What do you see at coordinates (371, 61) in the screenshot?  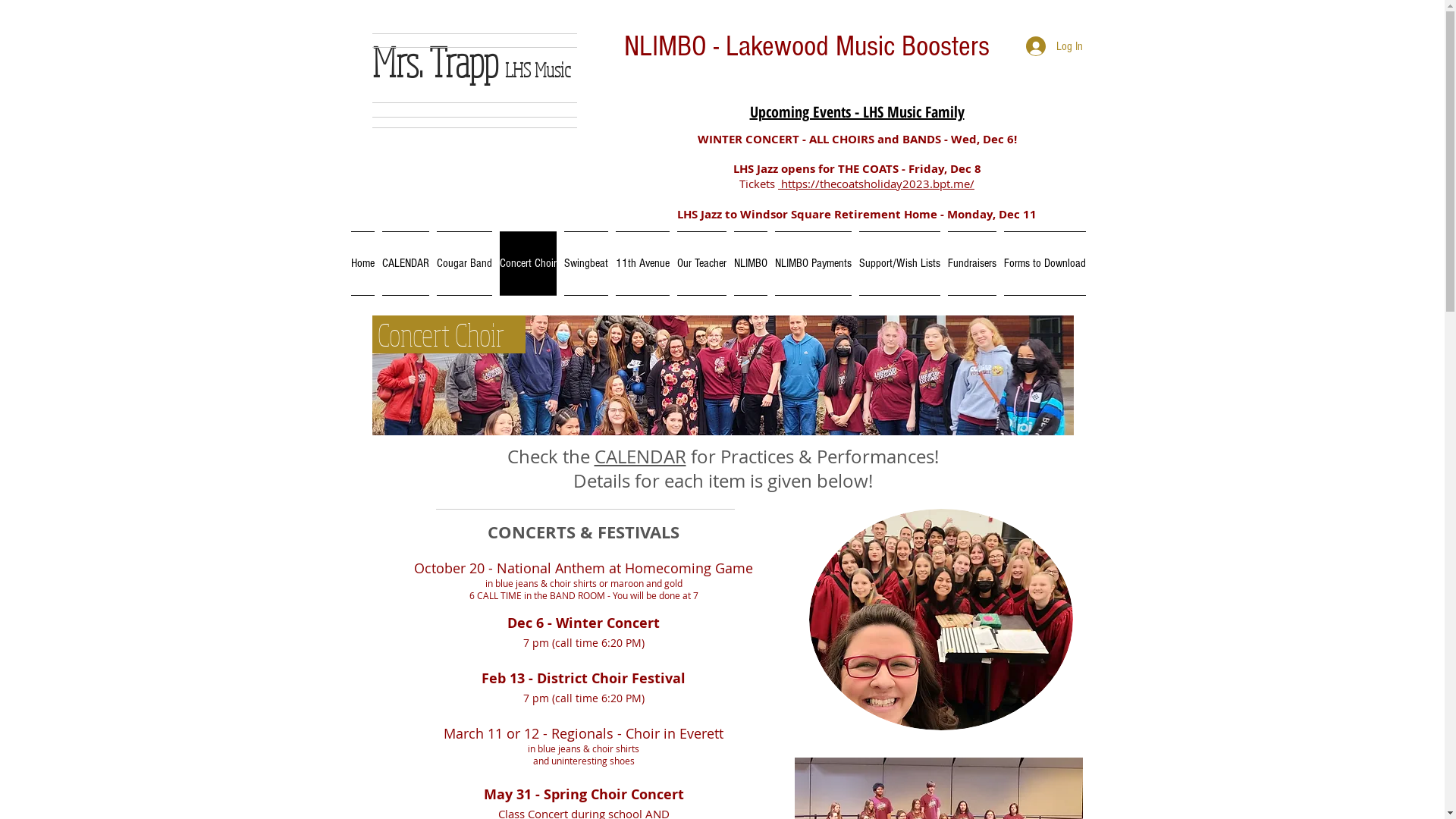 I see `'Mrs. Trapp'` at bounding box center [371, 61].